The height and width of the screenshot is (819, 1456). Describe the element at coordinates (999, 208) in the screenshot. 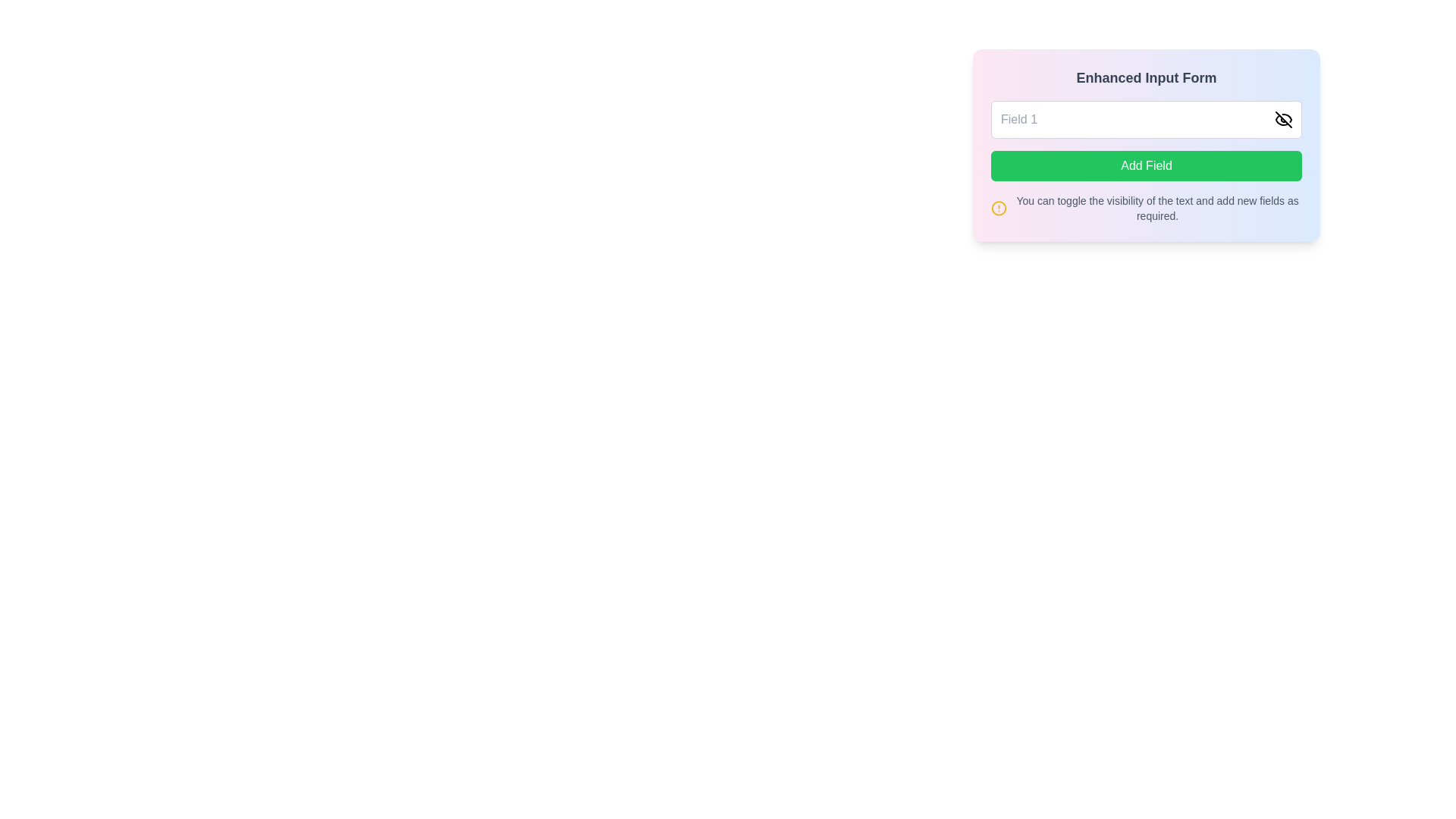

I see `the circular yellow alert icon that resembles a warning symbol, located to the left of the descriptive text regarding toggling visibility and adding new fields` at that location.